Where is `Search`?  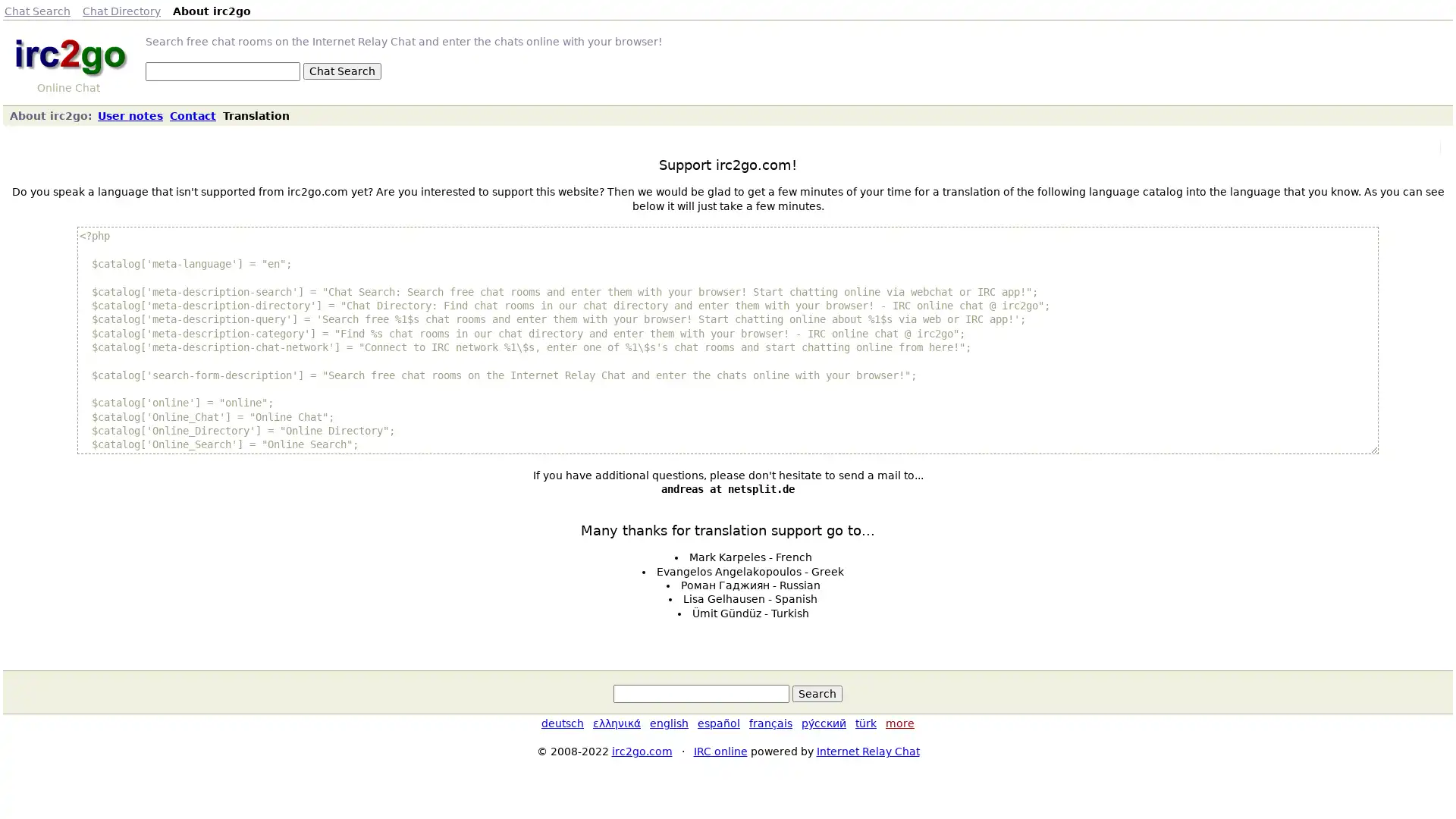
Search is located at coordinates (817, 693).